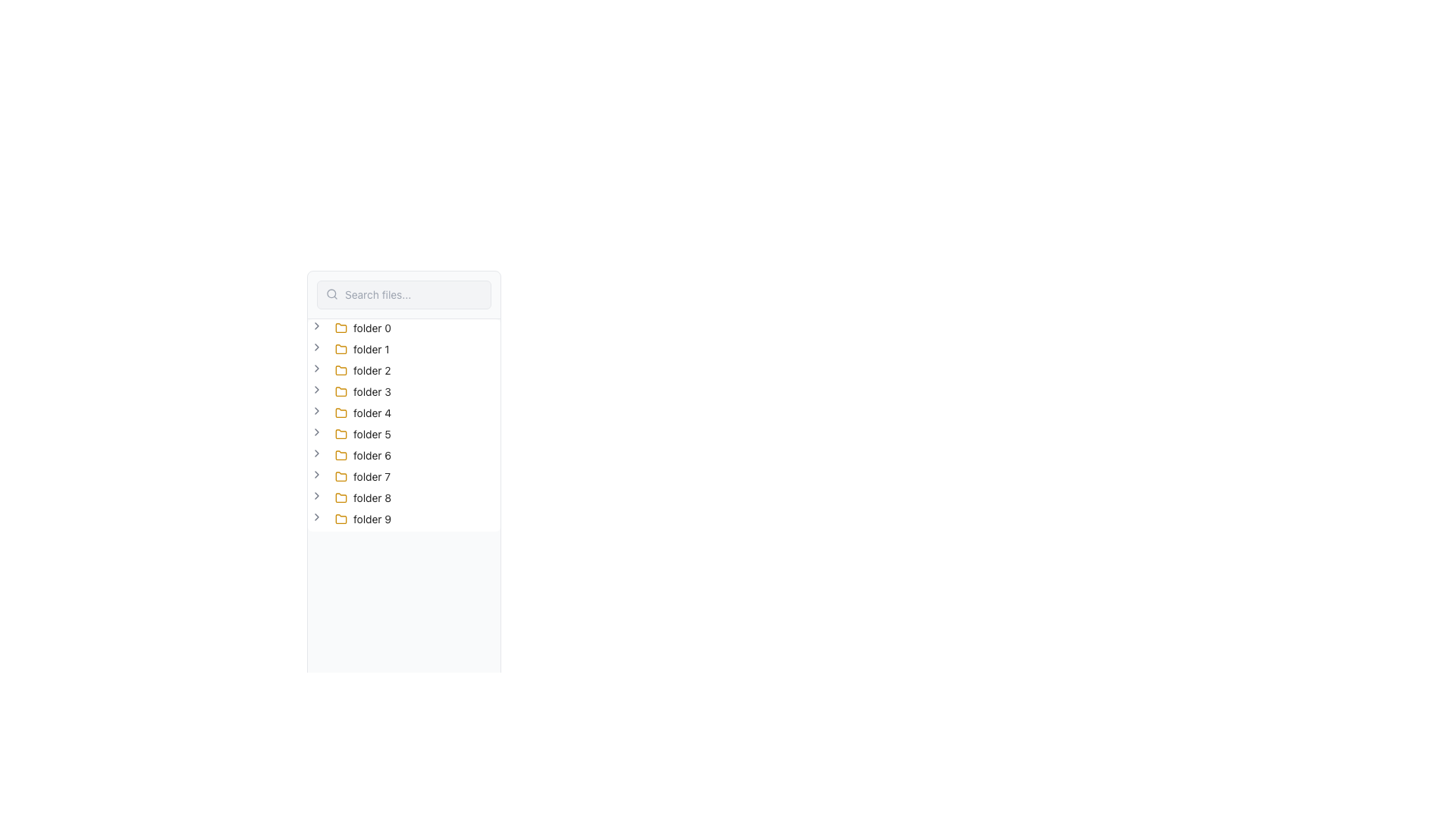  I want to click on the 'folder 9' label with icon, which is the last item, so click(362, 519).